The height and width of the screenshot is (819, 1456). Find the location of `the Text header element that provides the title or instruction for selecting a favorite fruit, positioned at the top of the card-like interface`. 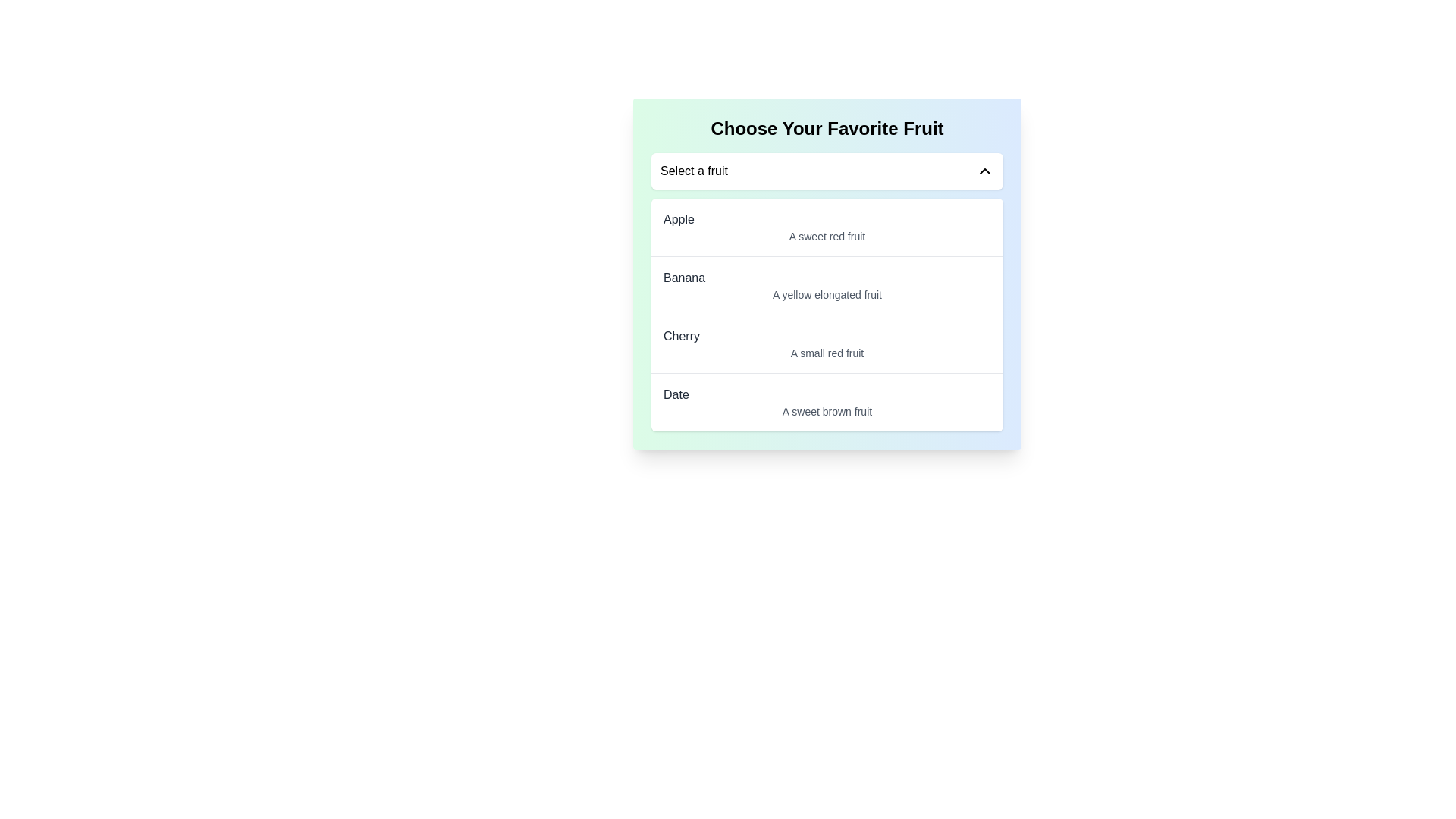

the Text header element that provides the title or instruction for selecting a favorite fruit, positioned at the top of the card-like interface is located at coordinates (826, 127).